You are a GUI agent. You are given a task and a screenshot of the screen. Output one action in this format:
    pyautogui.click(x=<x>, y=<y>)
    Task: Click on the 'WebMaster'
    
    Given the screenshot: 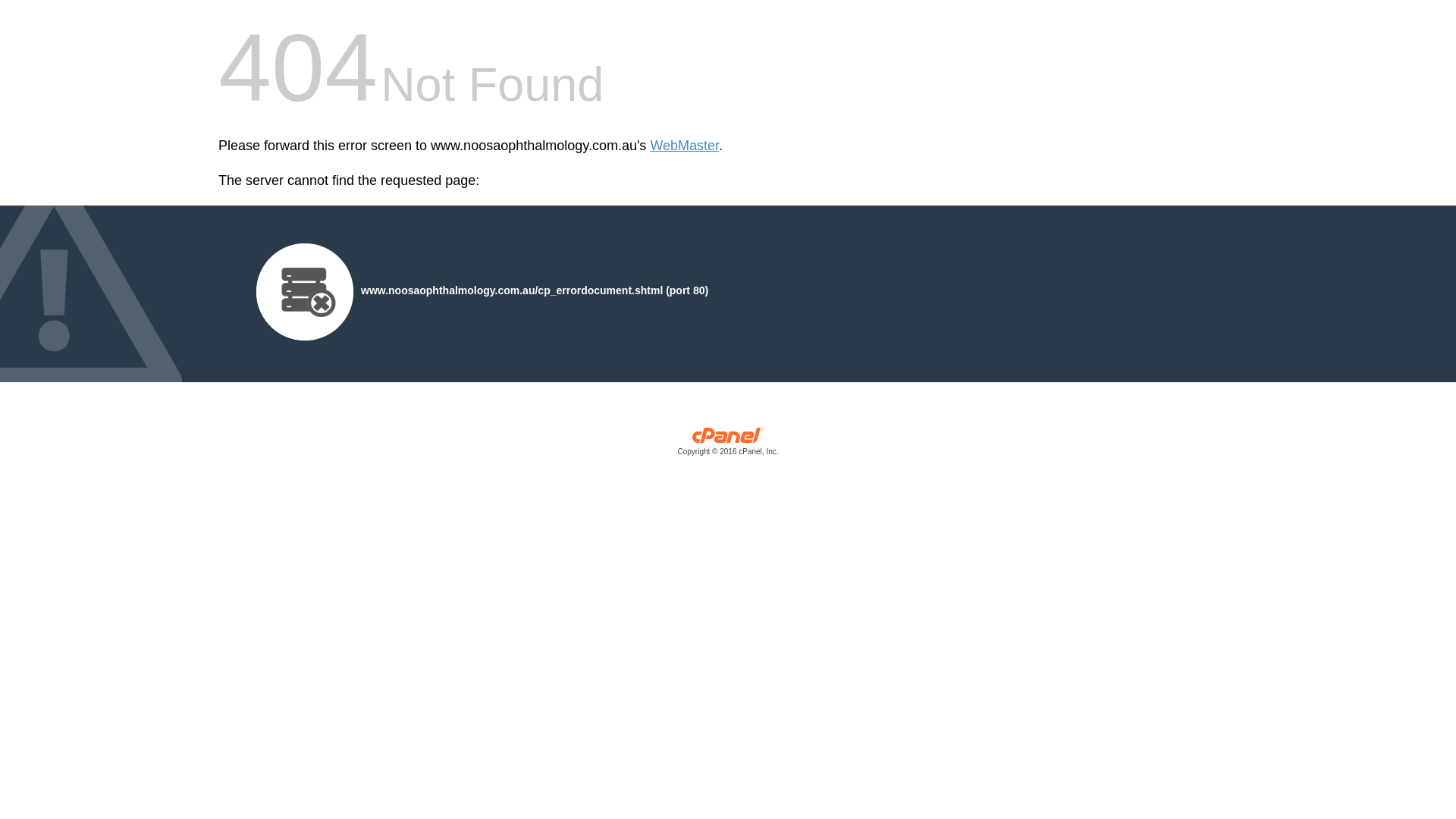 What is the action you would take?
    pyautogui.click(x=683, y=146)
    